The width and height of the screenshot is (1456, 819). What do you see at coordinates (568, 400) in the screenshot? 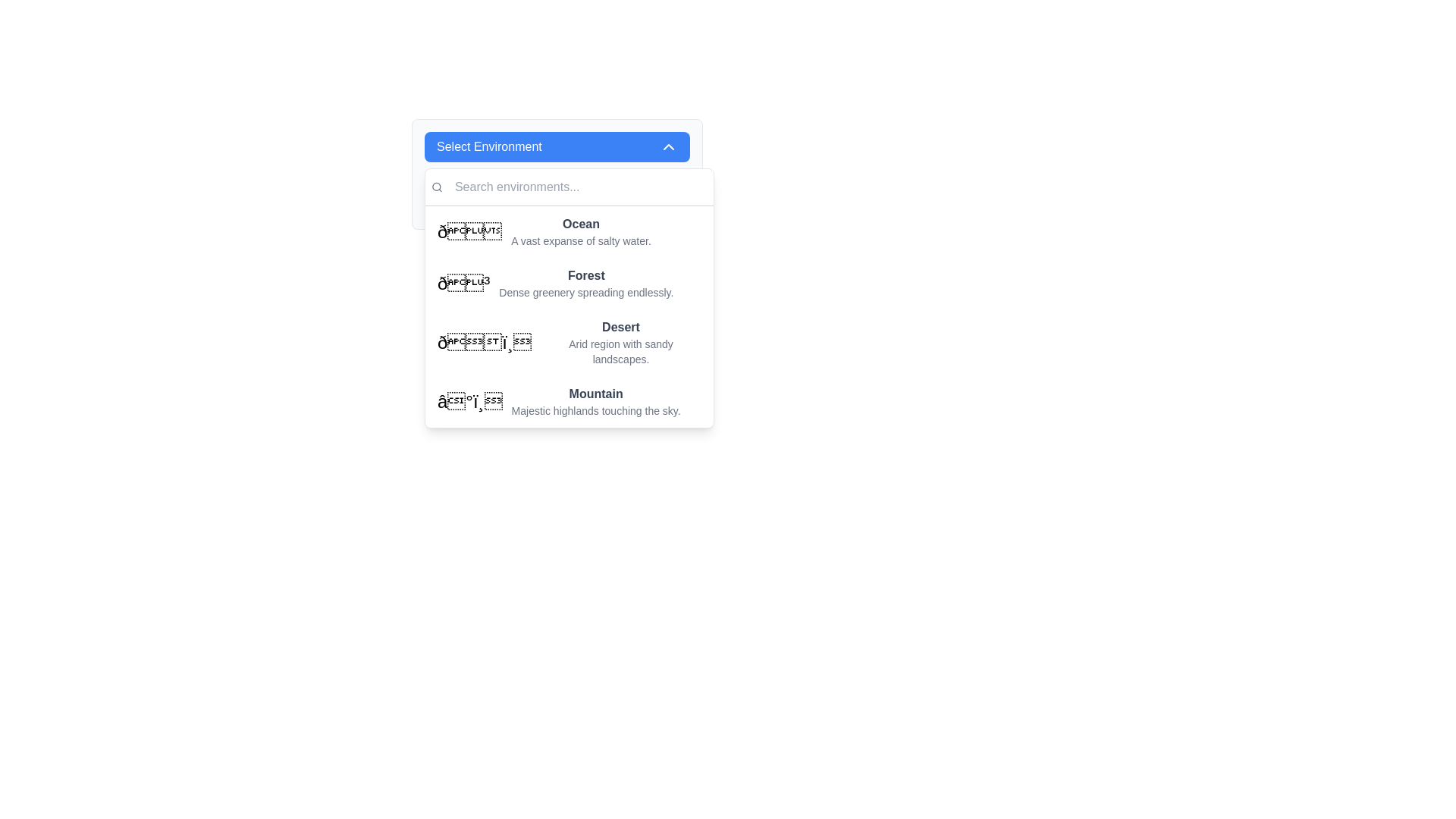
I see `to select the 'Mountain' option from the dropdown menu, which is the fourth item in the list, positioned at the bottommost part of the visible area` at bounding box center [568, 400].